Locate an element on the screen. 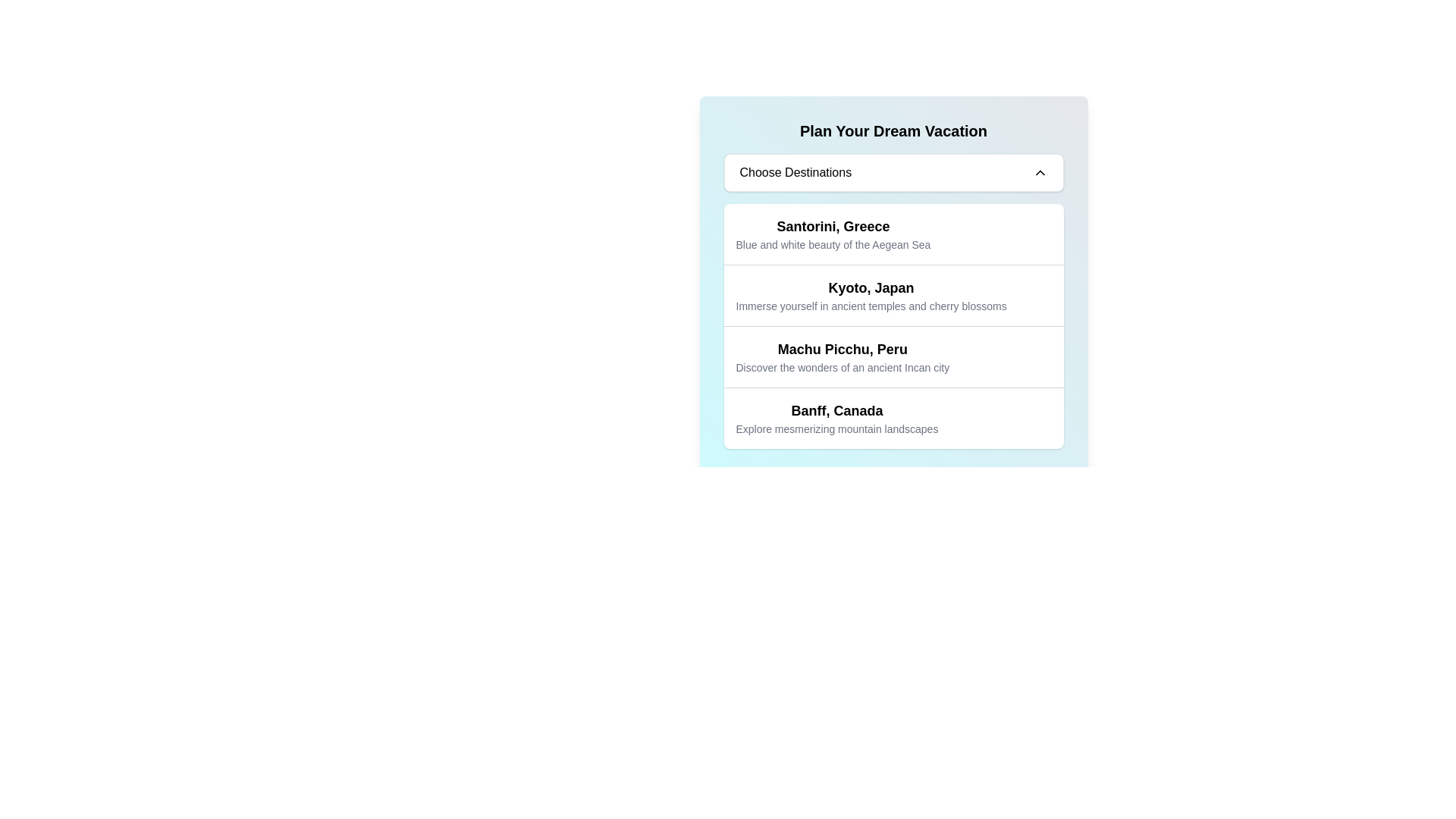  the Textual Description Block for 'Kyoto, Japan' is located at coordinates (871, 295).